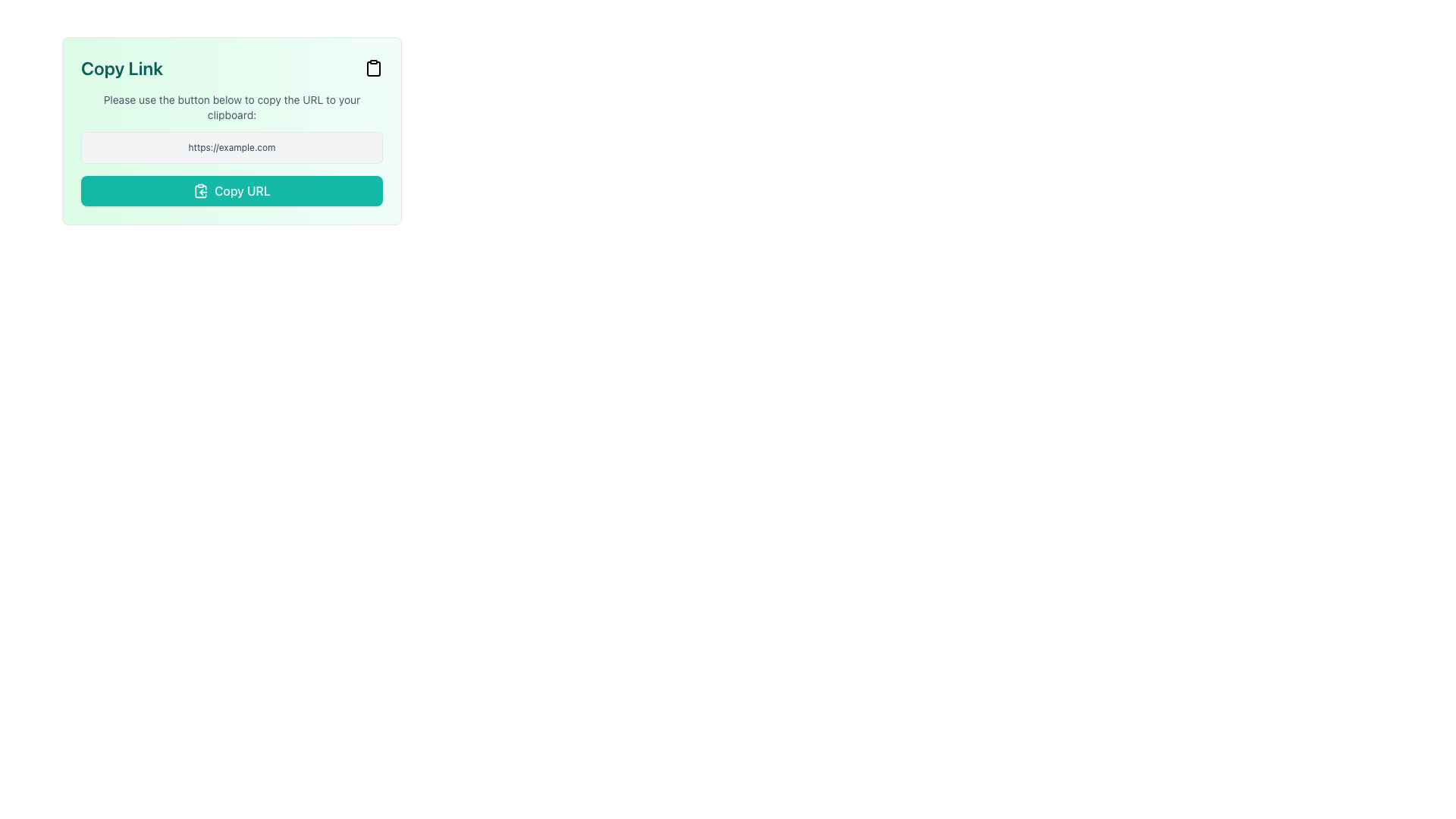 The height and width of the screenshot is (819, 1456). Describe the element at coordinates (200, 190) in the screenshot. I see `the icon located to the left of the 'Copy URL' button, which serves as a visual indicator for copying the displayed URL` at that location.